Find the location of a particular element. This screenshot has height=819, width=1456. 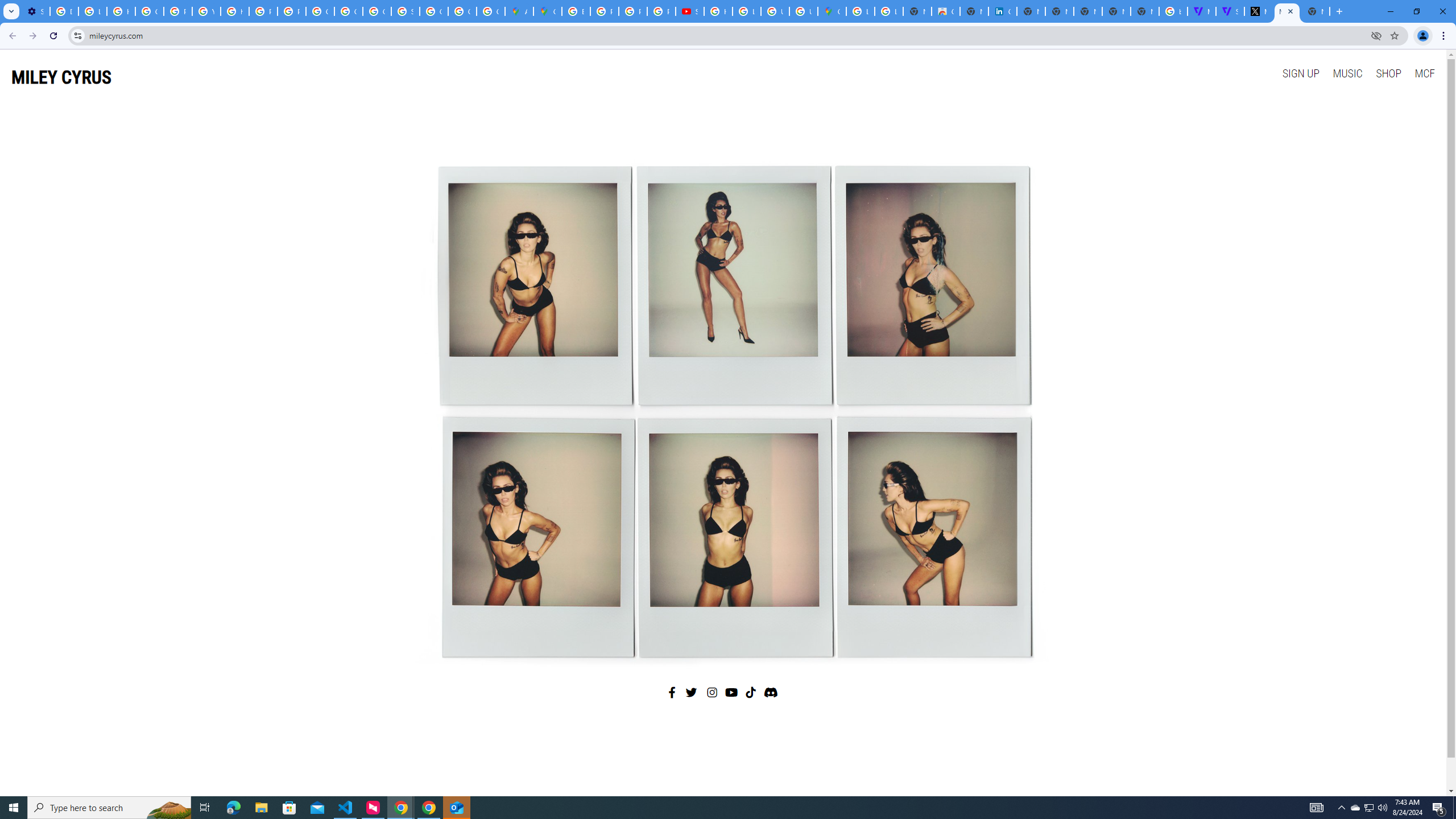

'Instagram' is located at coordinates (712, 692).